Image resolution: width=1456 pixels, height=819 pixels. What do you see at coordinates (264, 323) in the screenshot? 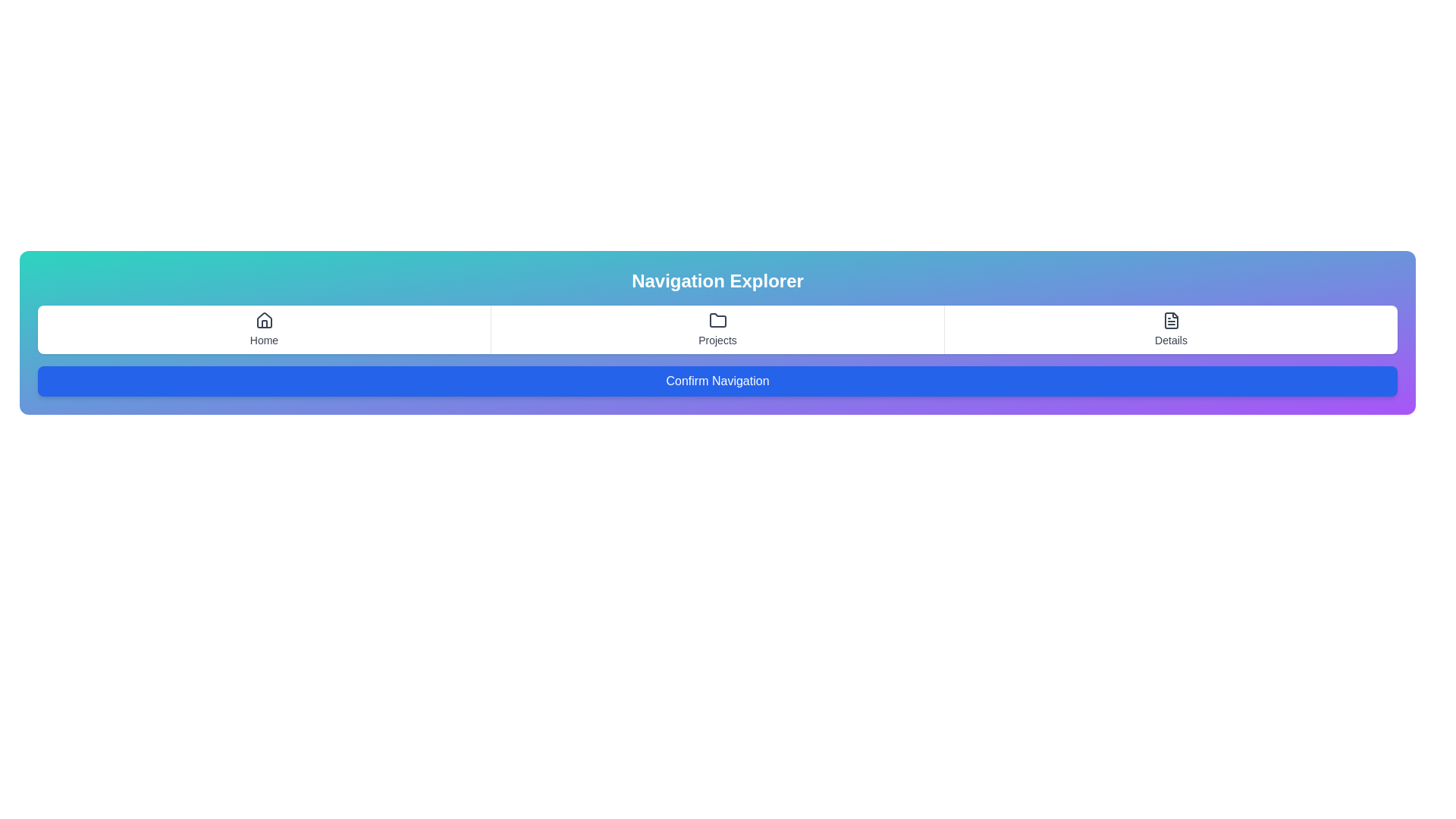
I see `the vertical rectangular segment representing a door in the center of the house icon` at bounding box center [264, 323].